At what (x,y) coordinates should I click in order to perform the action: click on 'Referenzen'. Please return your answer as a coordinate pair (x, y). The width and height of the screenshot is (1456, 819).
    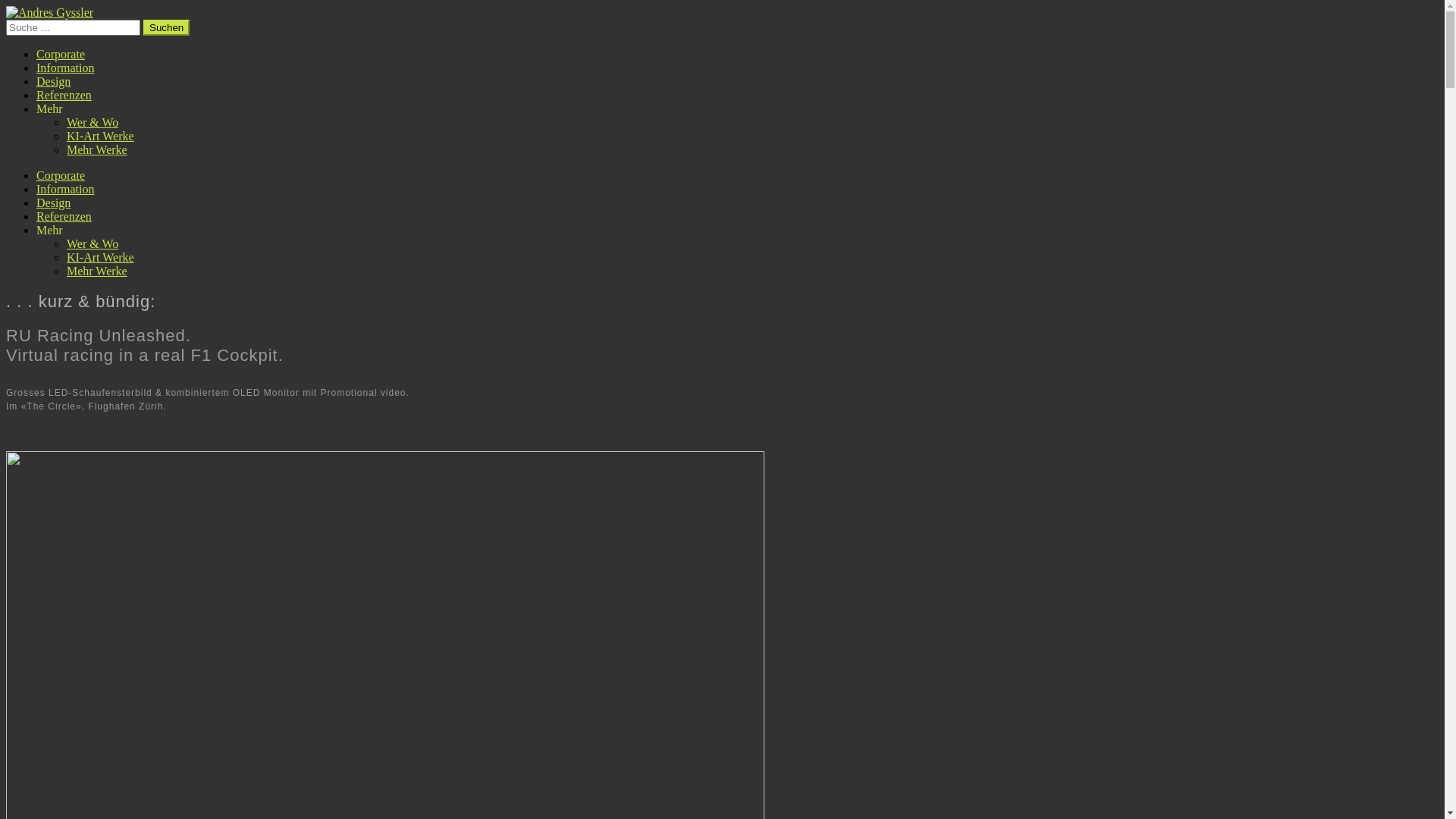
    Looking at the image, I should click on (63, 95).